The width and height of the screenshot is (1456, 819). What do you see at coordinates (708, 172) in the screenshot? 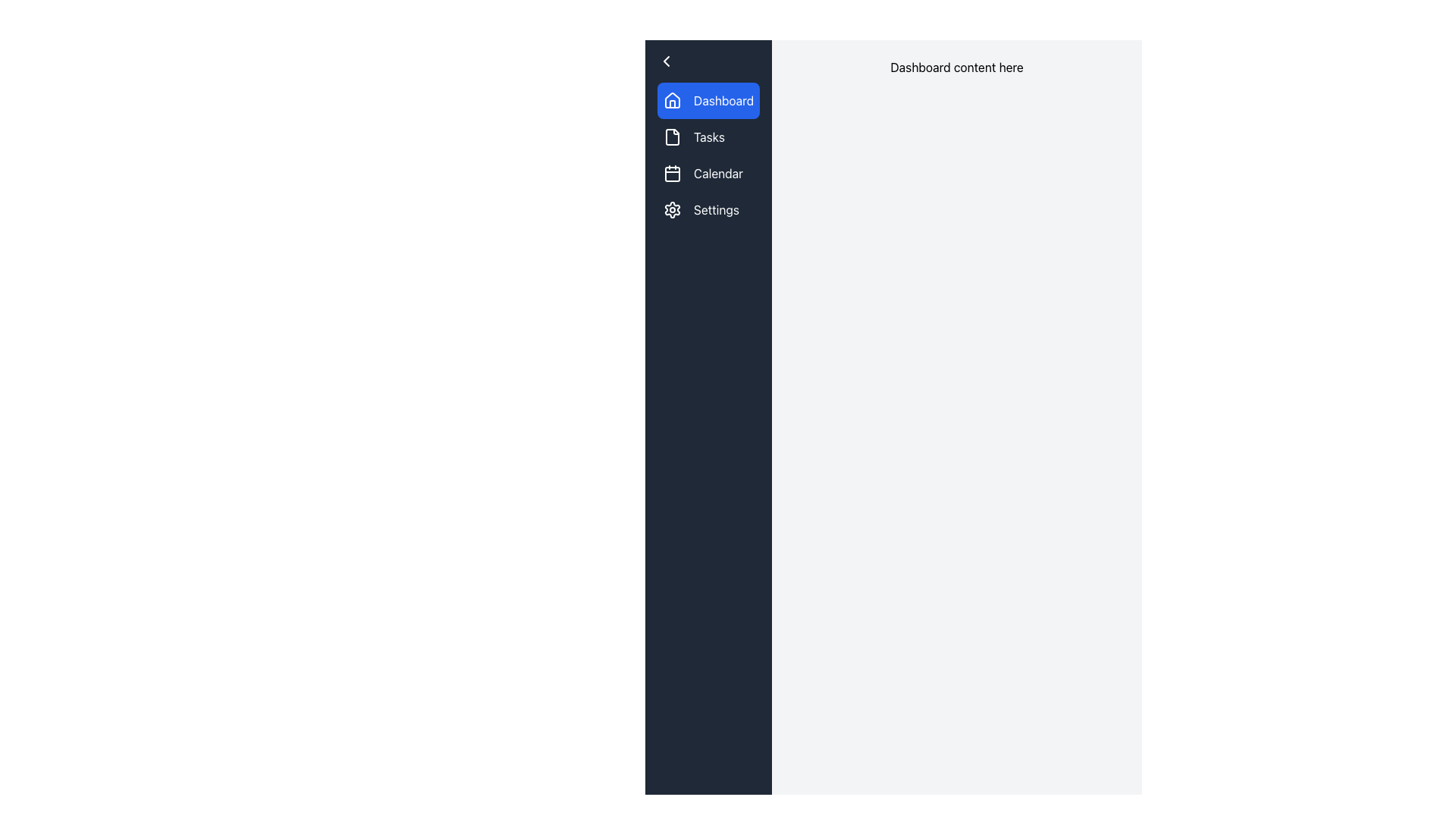
I see `the 'Calendar' menu item button located between 'Tasks' and 'Settings' on the left-hand vertical menu` at bounding box center [708, 172].